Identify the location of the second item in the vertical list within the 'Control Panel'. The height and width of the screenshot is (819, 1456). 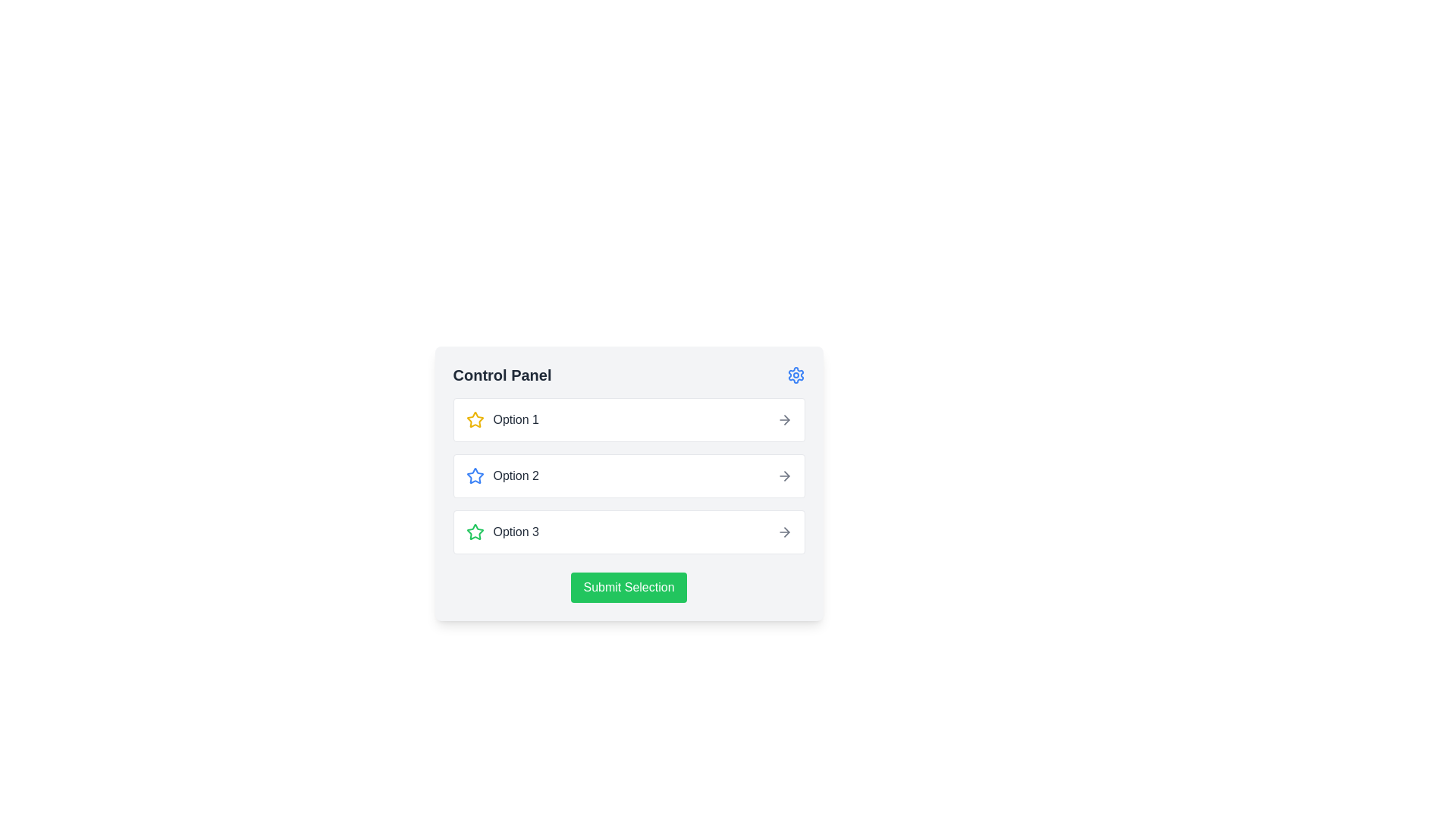
(629, 475).